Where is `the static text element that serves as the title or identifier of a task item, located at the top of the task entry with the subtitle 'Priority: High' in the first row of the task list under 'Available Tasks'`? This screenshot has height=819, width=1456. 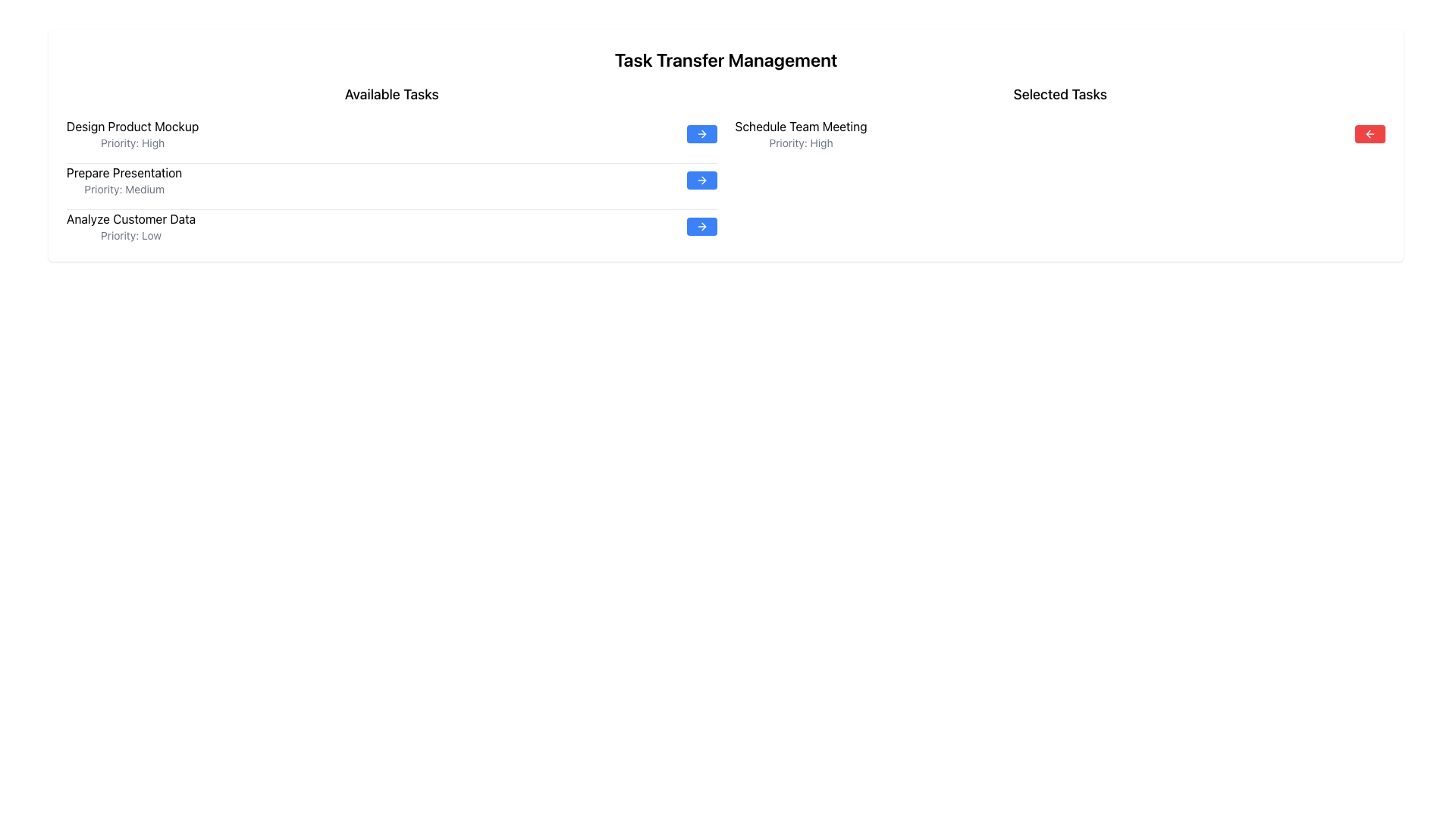
the static text element that serves as the title or identifier of a task item, located at the top of the task entry with the subtitle 'Priority: High' in the first row of the task list under 'Available Tasks' is located at coordinates (133, 125).